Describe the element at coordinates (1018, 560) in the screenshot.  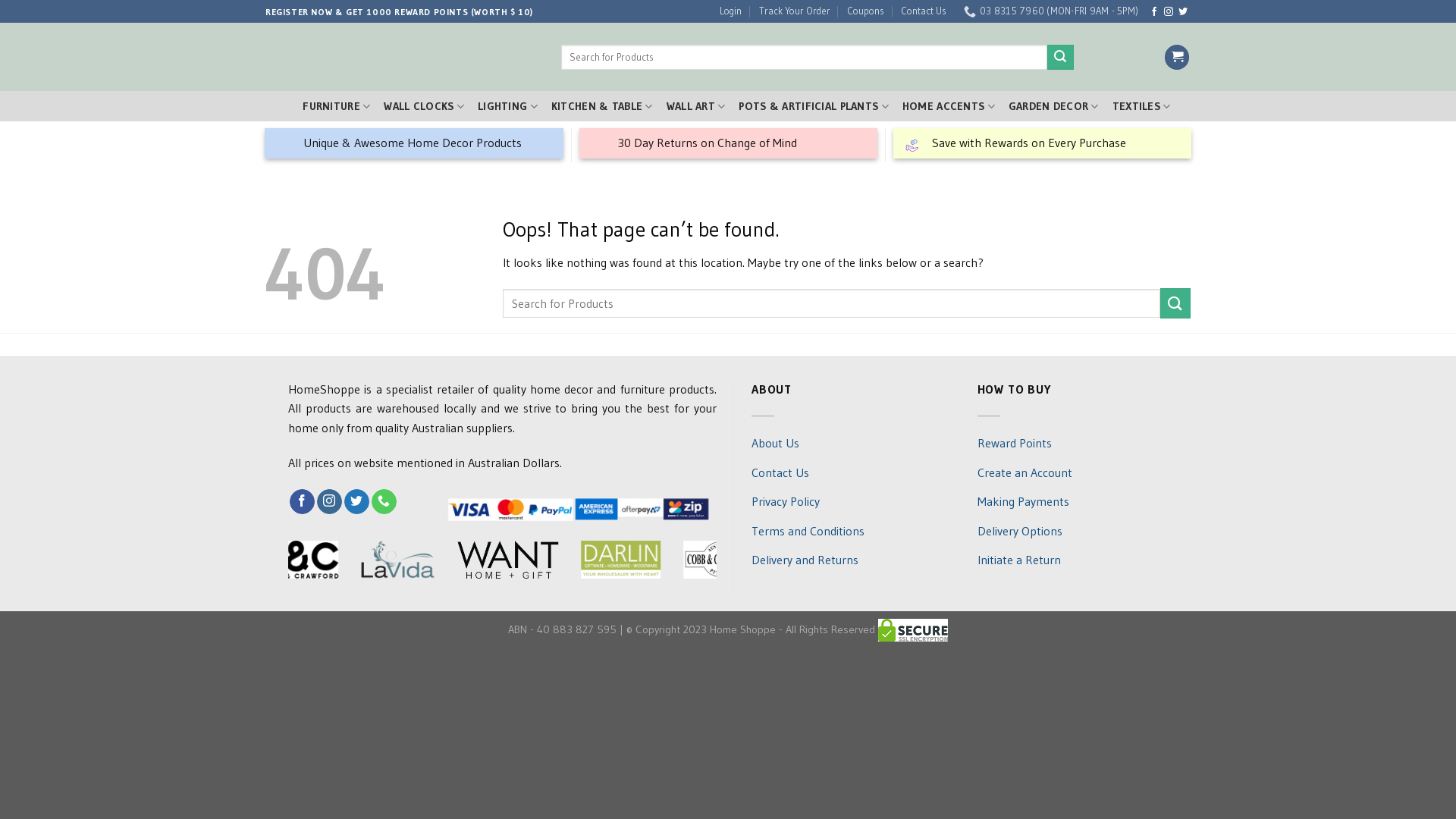
I see `'Initiate a Return'` at that location.